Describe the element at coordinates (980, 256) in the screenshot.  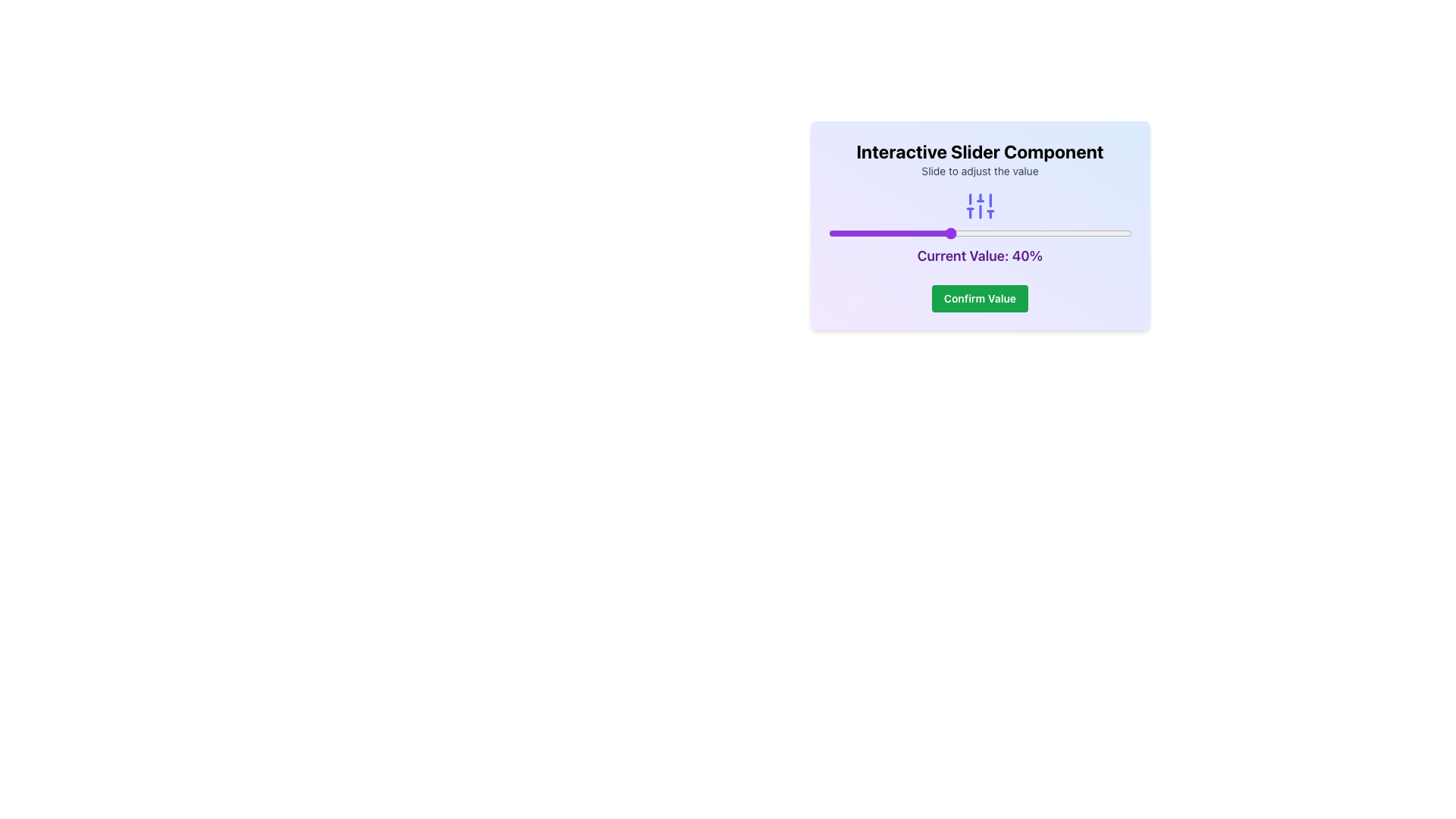
I see `the text label displaying 'Current Value: 40%' which is styled with bold purple text and positioned below the slider and above the 'Confirm Value' button` at that location.